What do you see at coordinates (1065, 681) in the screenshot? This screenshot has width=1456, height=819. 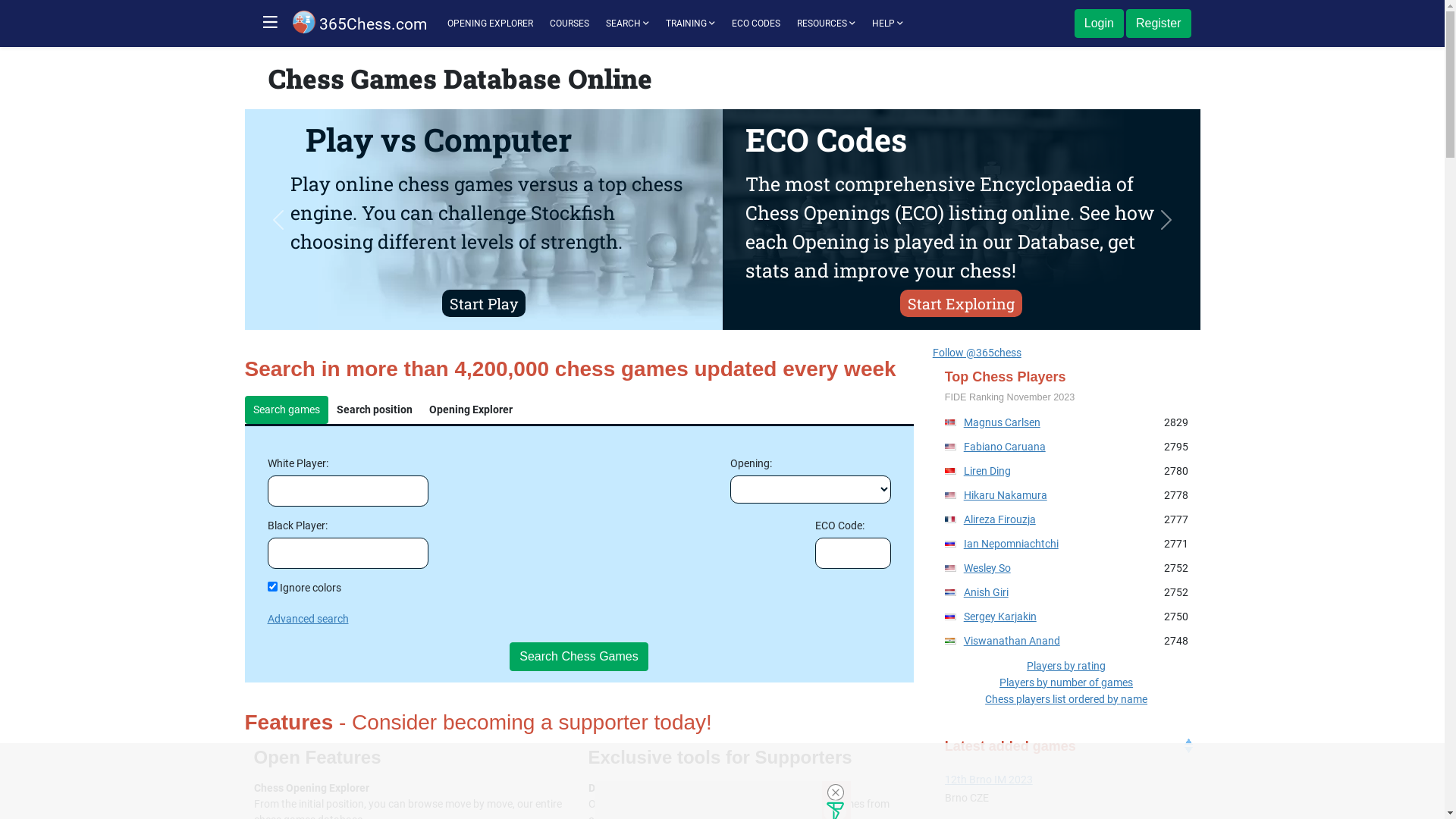 I see `'Players by number of games'` at bounding box center [1065, 681].